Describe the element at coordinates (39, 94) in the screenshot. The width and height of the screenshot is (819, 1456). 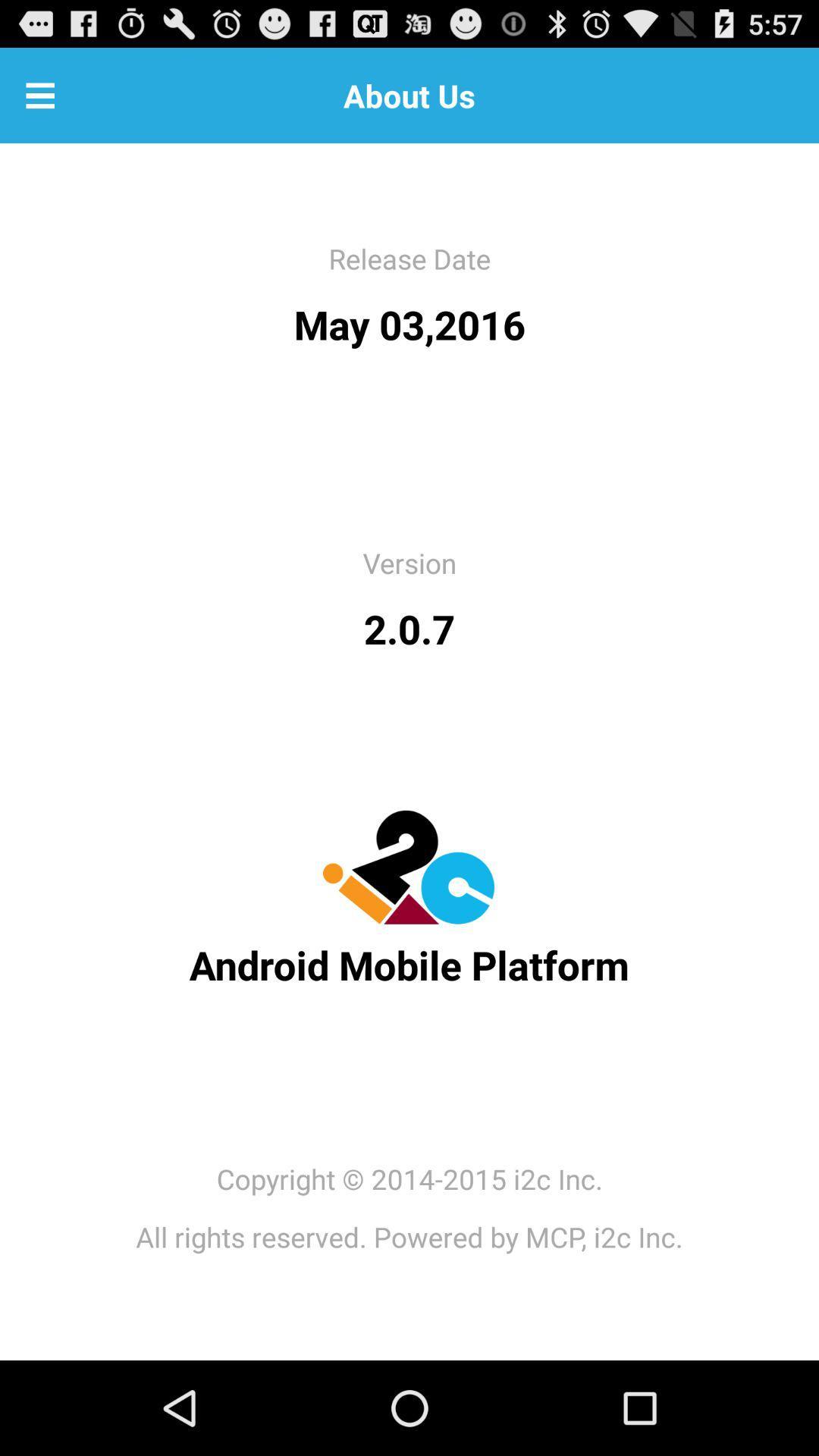
I see `the app to the left of about us icon` at that location.